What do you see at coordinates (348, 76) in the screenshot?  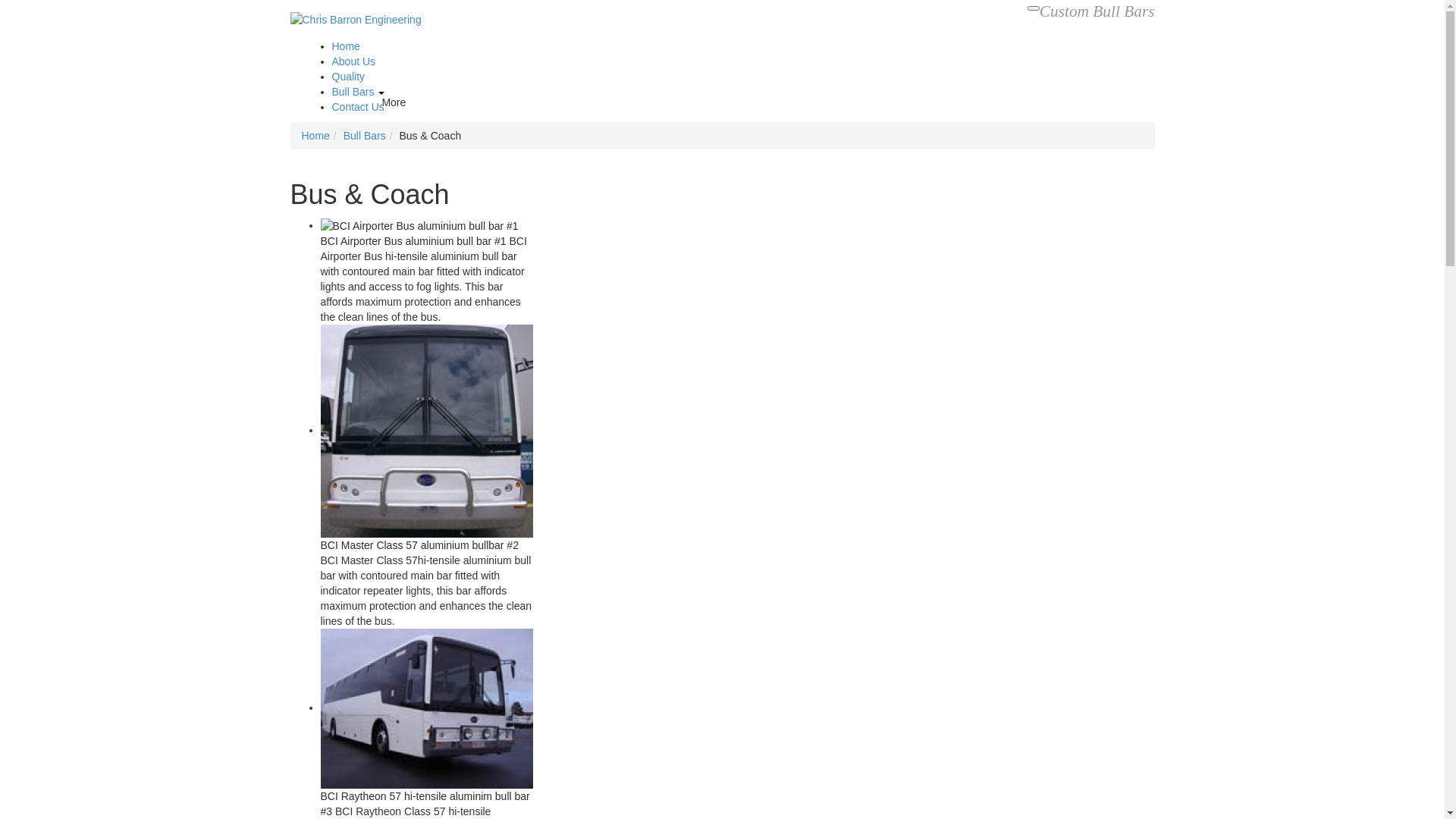 I see `'Quality'` at bounding box center [348, 76].